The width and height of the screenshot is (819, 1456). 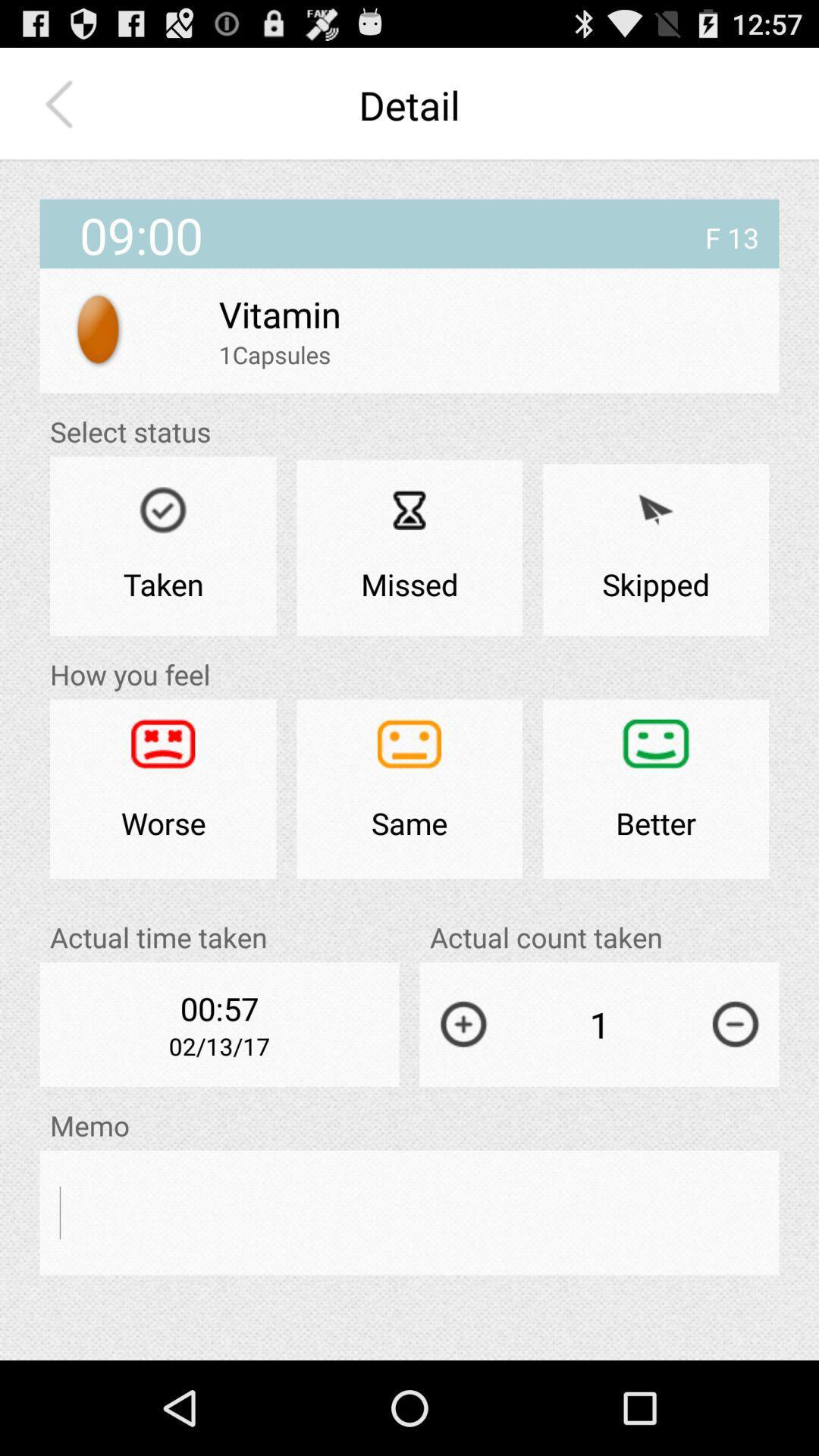 What do you see at coordinates (655, 789) in the screenshot?
I see `the icon to the right of the same icon` at bounding box center [655, 789].